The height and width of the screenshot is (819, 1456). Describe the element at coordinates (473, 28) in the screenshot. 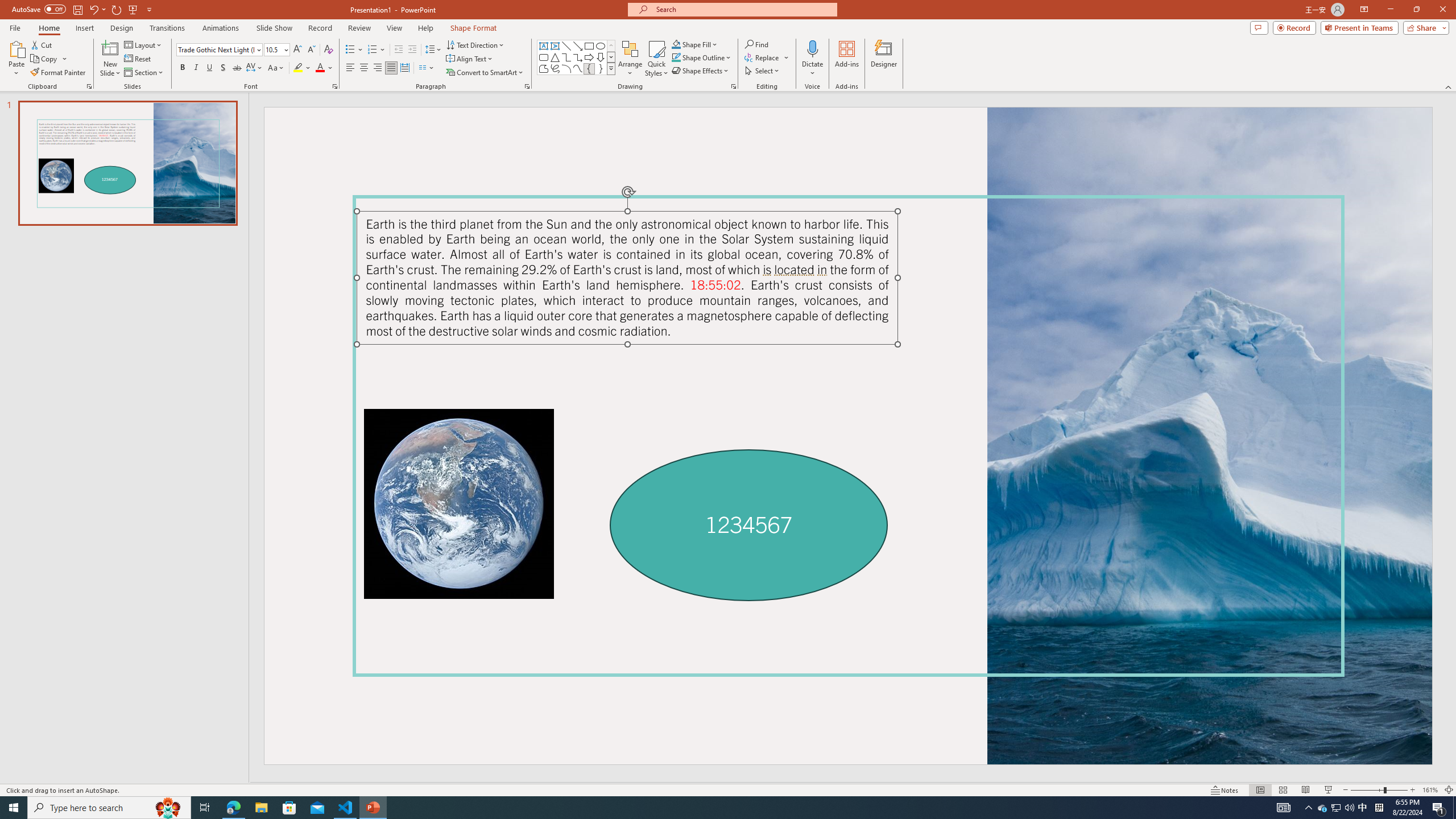

I see `'Shape Format'` at that location.